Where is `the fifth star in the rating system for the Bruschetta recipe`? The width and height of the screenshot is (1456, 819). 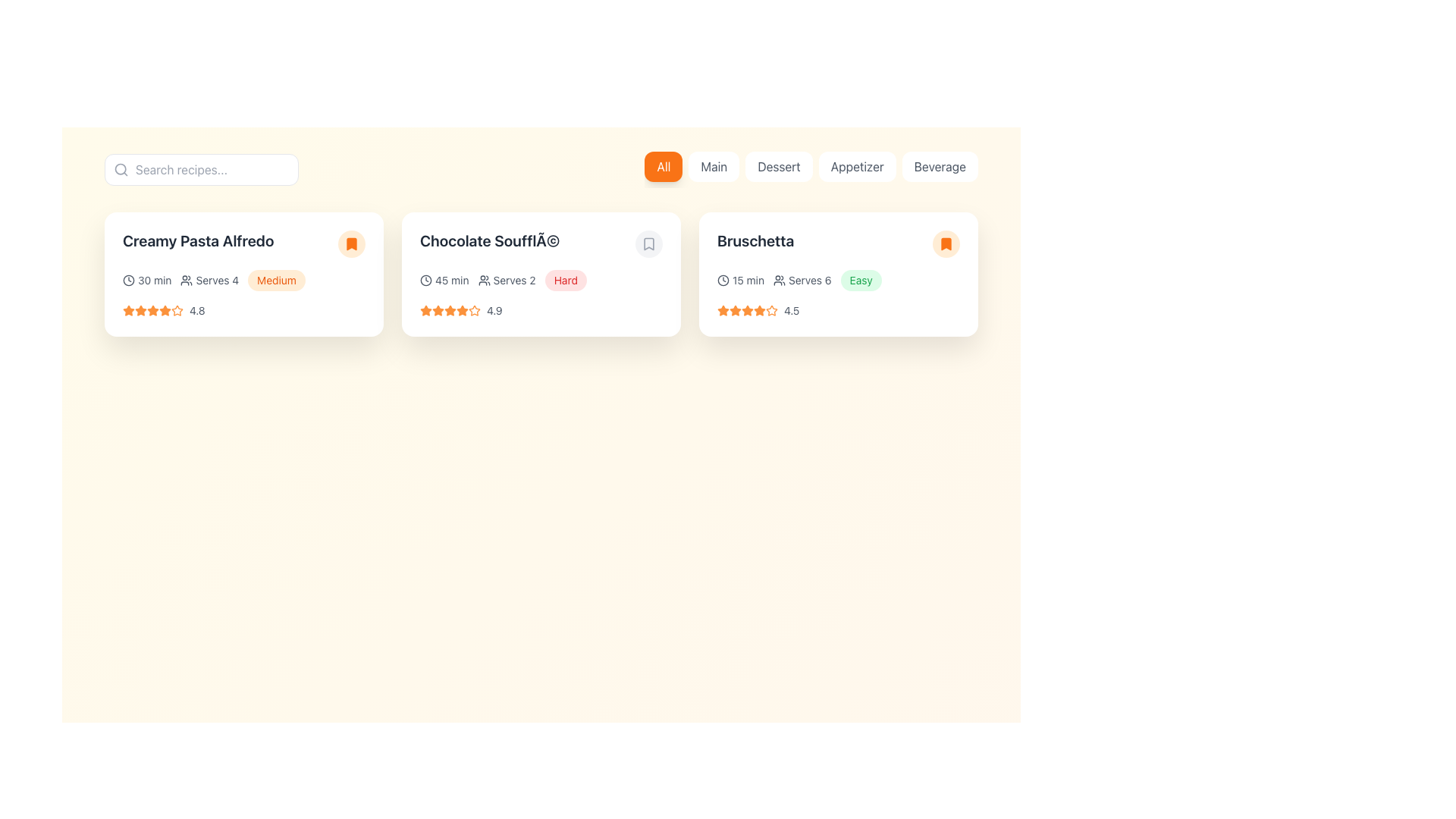
the fifth star in the rating system for the Bruschetta recipe is located at coordinates (735, 309).